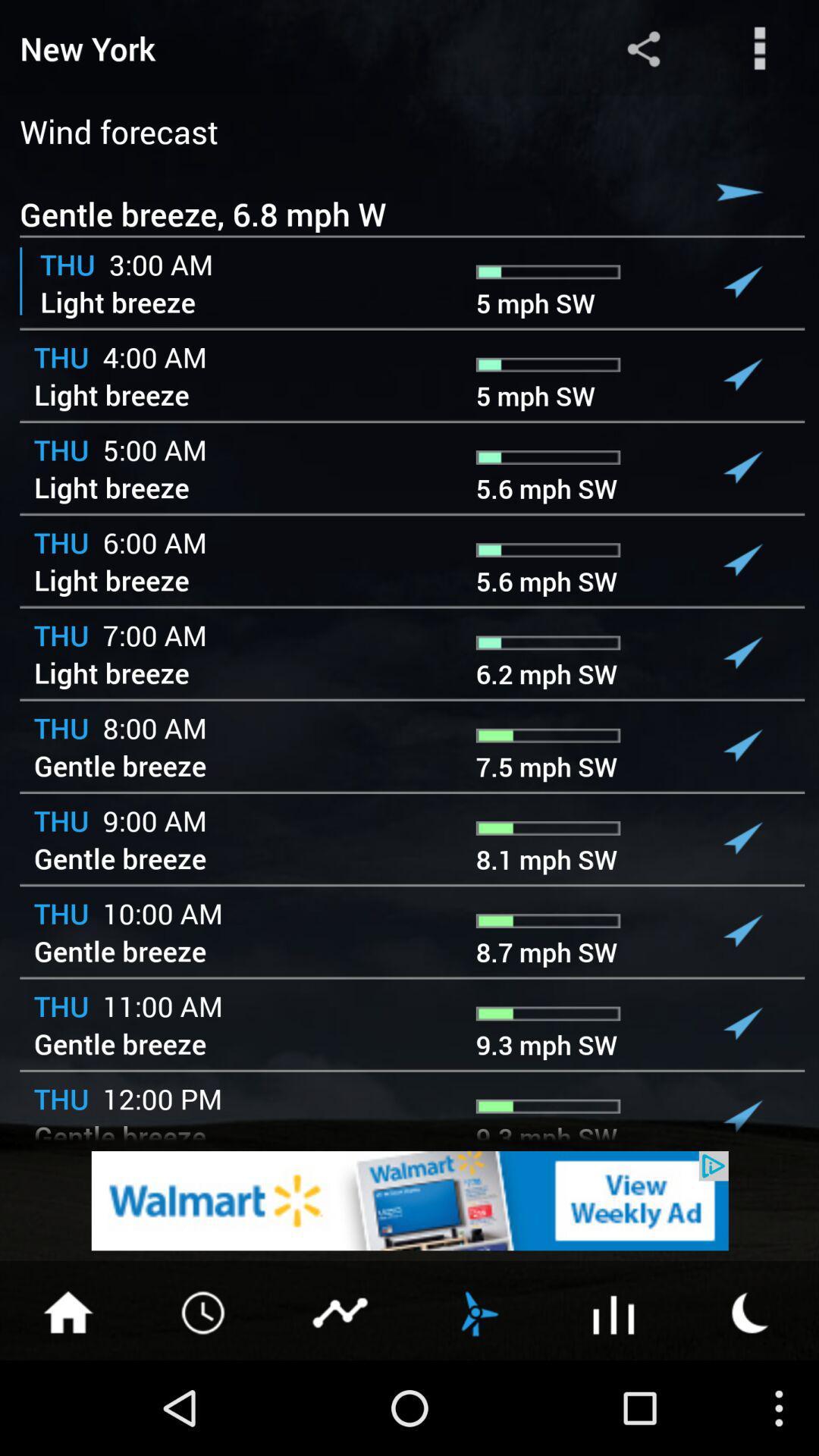 The width and height of the screenshot is (819, 1456). What do you see at coordinates (751, 1402) in the screenshot?
I see `the weather icon` at bounding box center [751, 1402].